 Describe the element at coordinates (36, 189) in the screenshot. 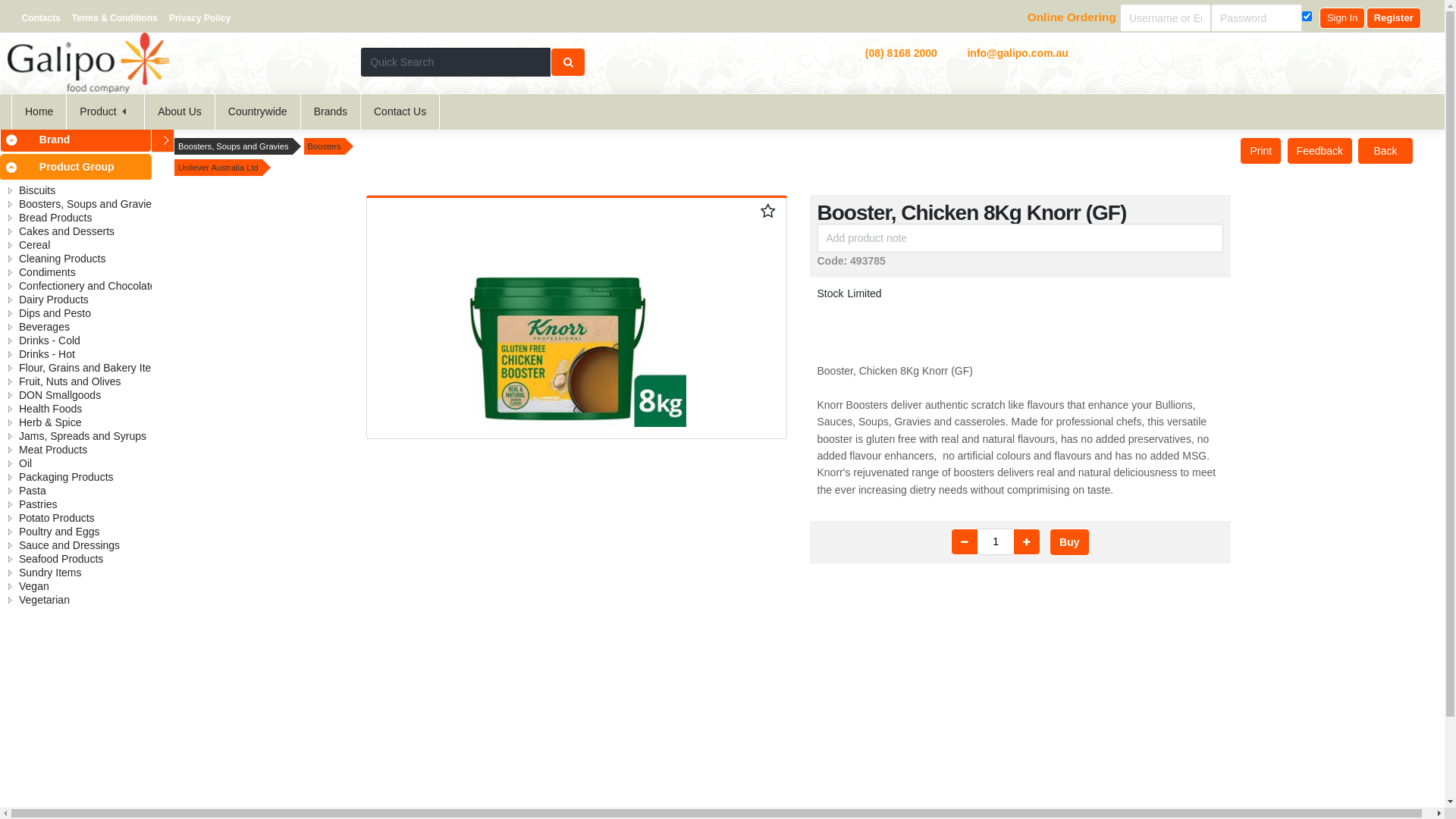

I see `'Biscuits'` at that location.